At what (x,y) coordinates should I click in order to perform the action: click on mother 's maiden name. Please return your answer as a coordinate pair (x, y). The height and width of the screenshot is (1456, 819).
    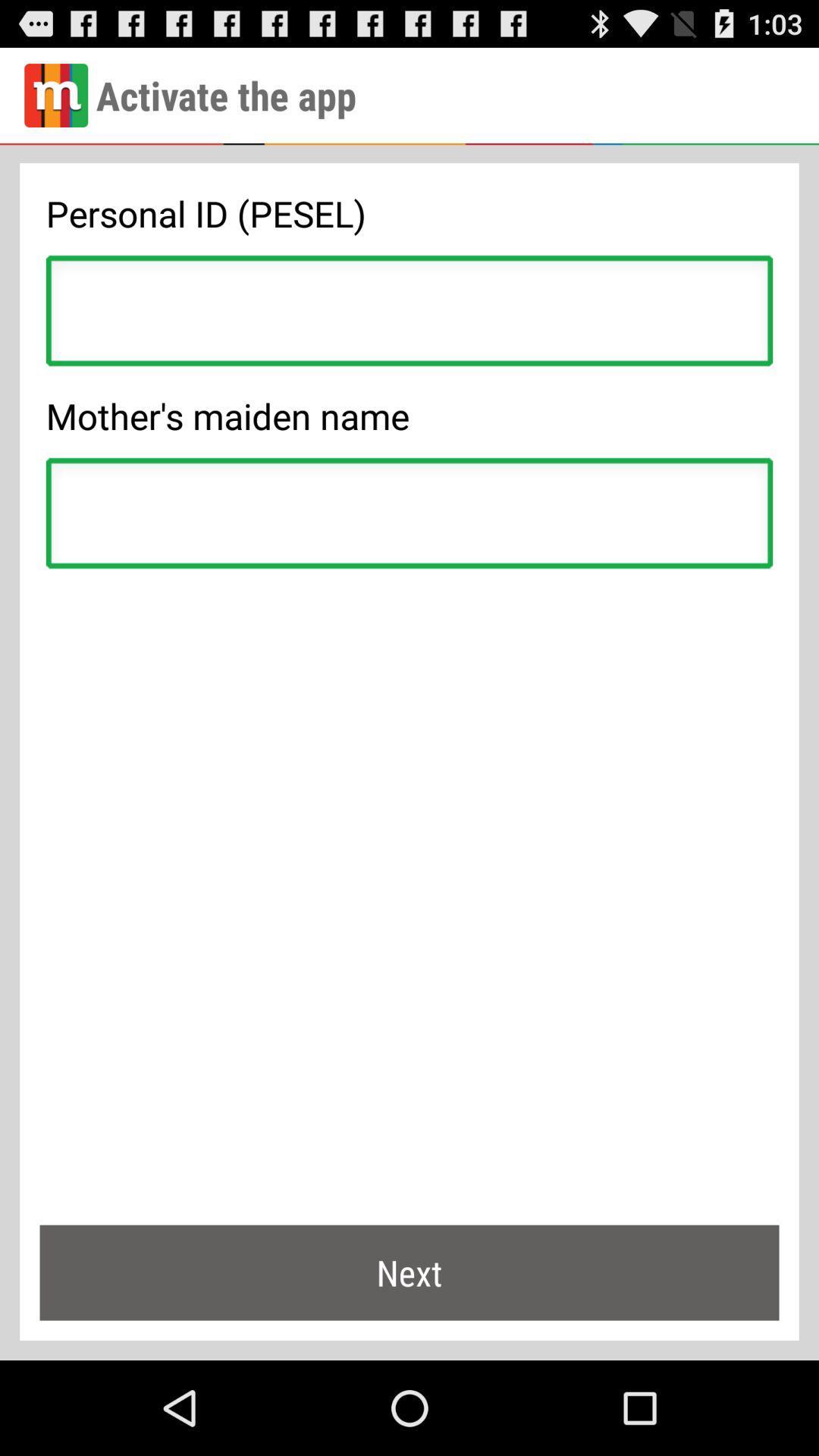
    Looking at the image, I should click on (409, 517).